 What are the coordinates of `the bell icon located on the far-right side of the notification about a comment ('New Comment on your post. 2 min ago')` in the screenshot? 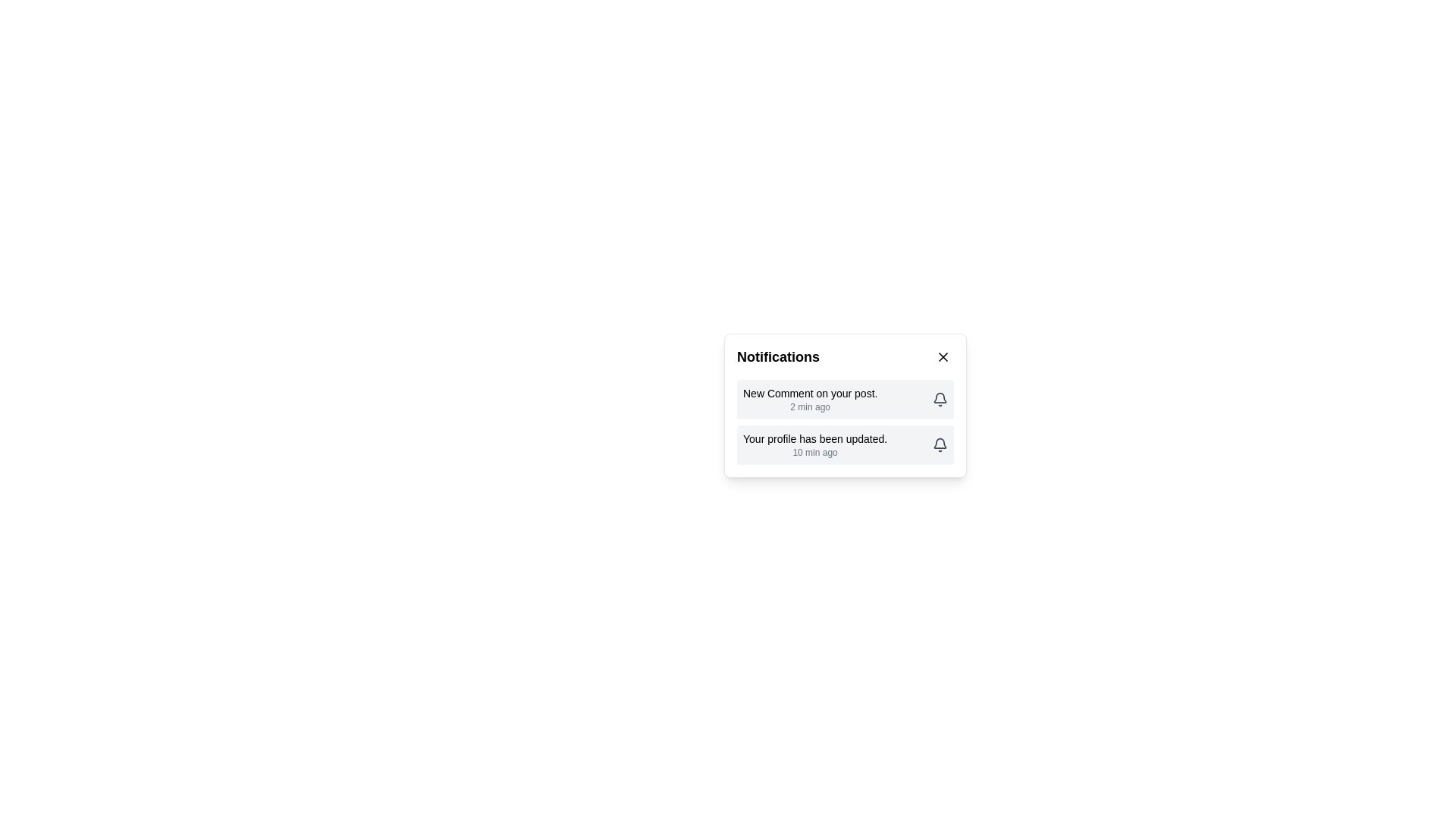 It's located at (939, 399).